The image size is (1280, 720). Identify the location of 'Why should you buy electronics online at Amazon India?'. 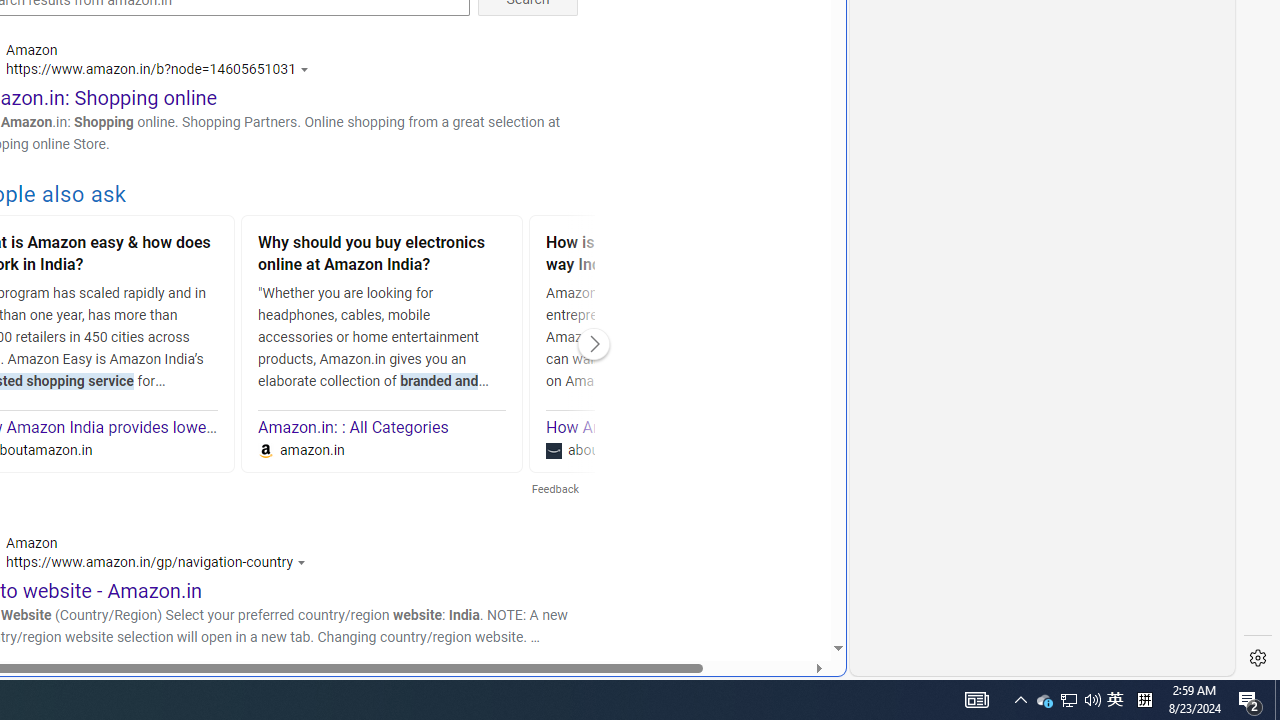
(382, 255).